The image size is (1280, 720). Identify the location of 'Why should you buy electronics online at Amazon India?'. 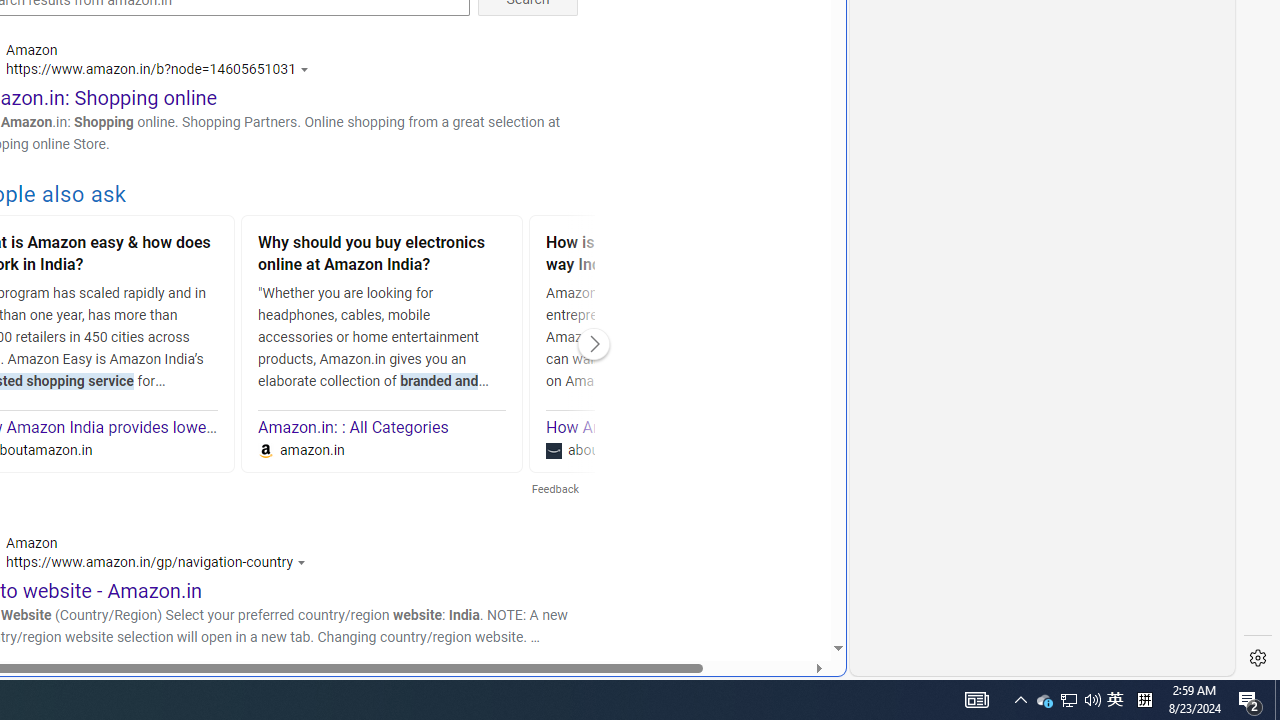
(382, 255).